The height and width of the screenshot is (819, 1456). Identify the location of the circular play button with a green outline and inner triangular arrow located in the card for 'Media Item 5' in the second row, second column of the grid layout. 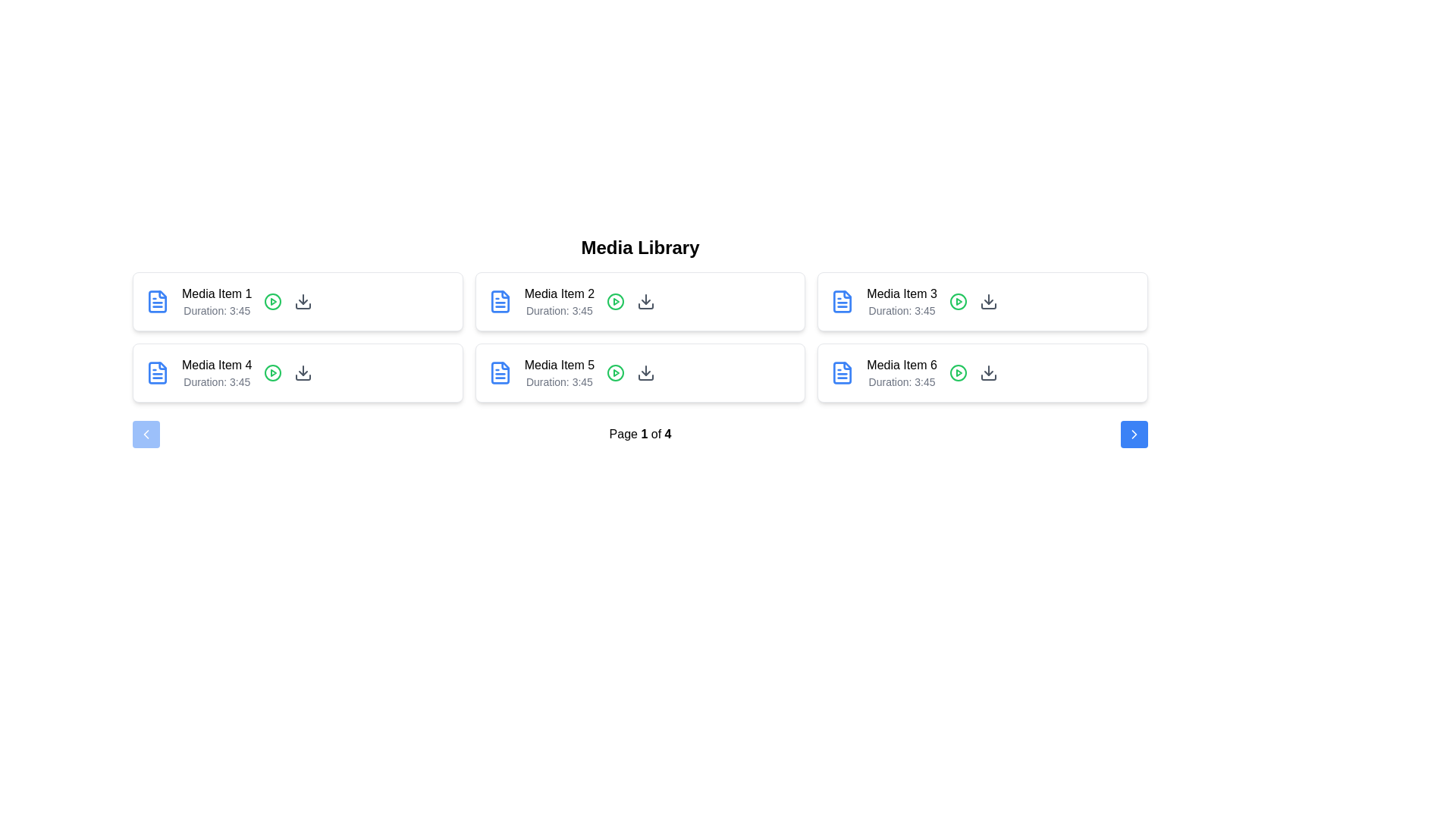
(616, 373).